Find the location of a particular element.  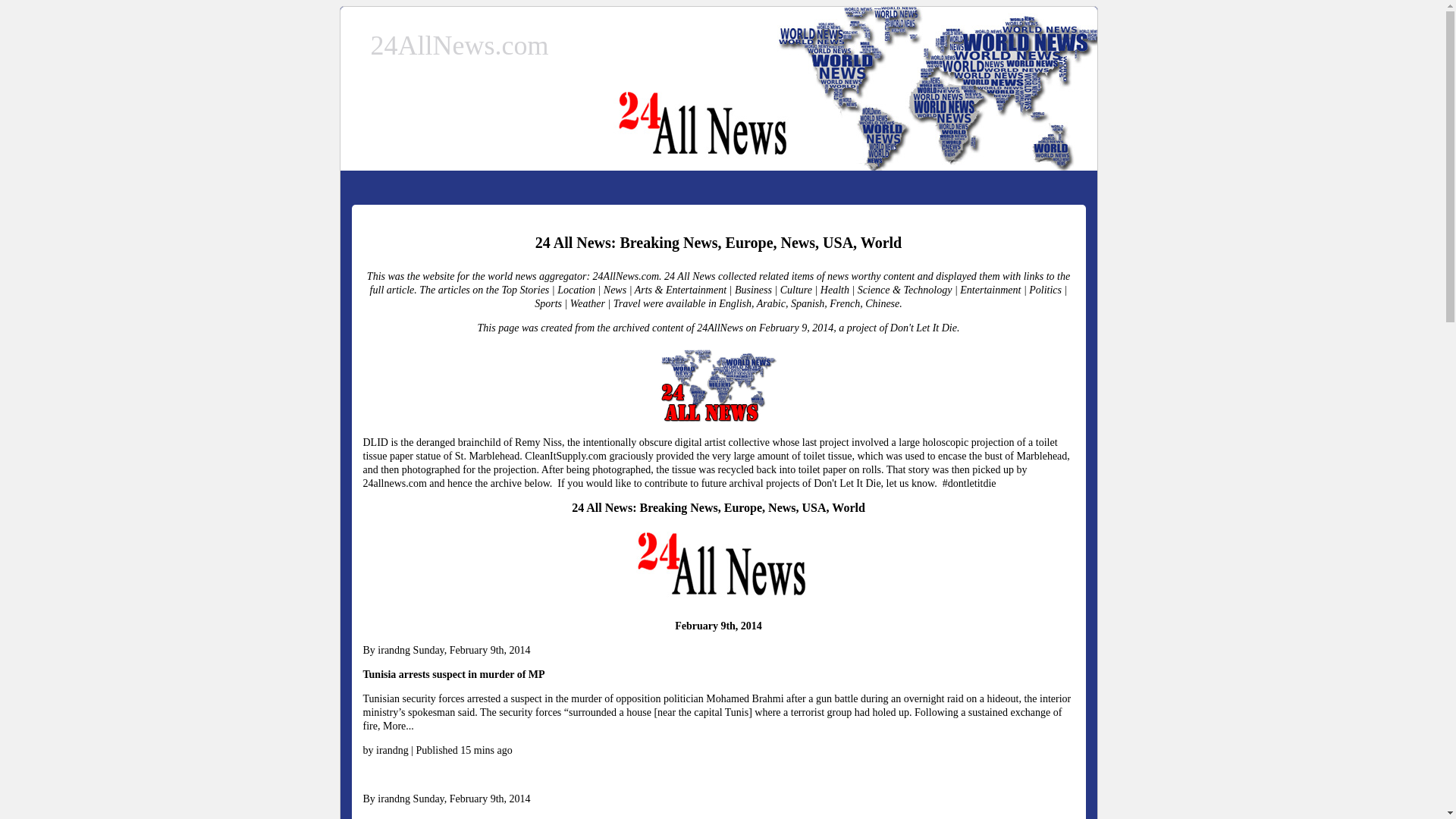

'24AllNews.com' is located at coordinates (370, 45).